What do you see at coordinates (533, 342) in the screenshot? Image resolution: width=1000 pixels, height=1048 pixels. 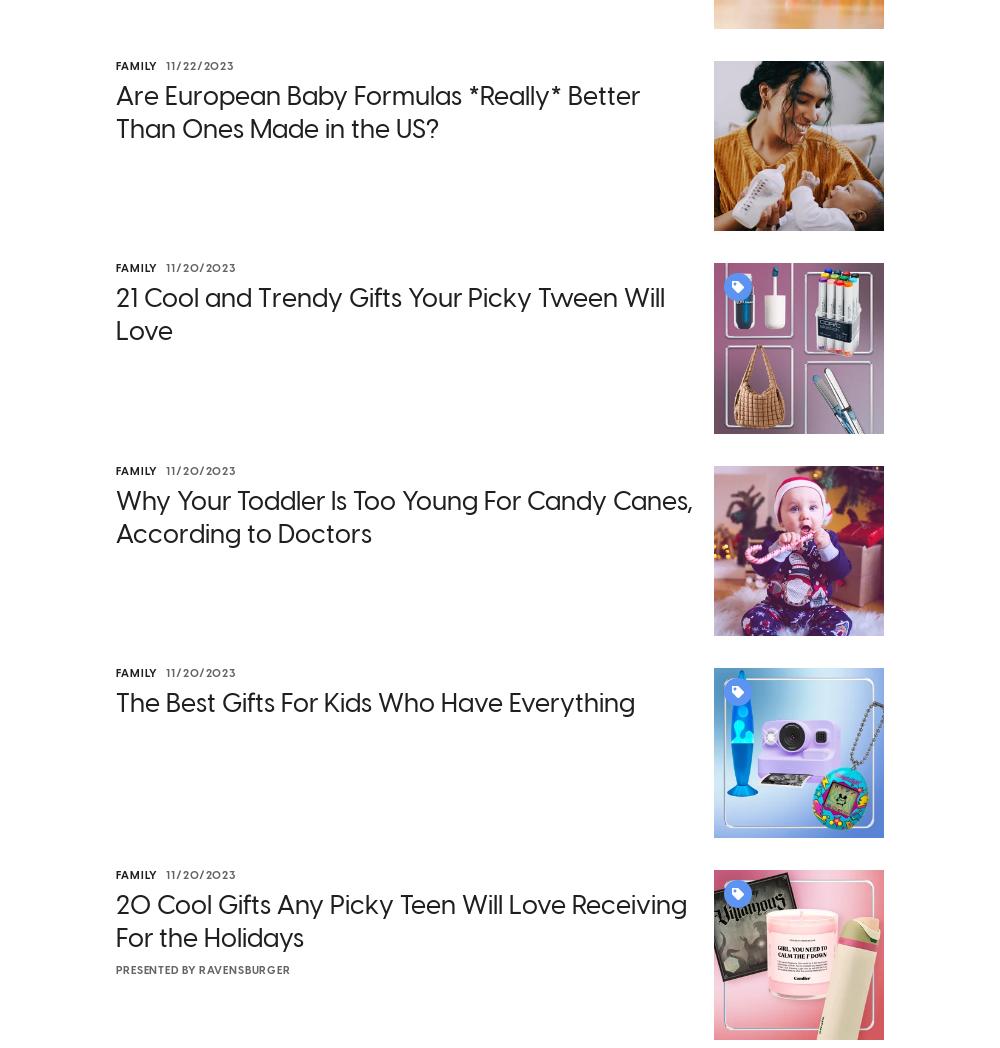 I see `'costing more than tuition at San Diego State University'` at bounding box center [533, 342].